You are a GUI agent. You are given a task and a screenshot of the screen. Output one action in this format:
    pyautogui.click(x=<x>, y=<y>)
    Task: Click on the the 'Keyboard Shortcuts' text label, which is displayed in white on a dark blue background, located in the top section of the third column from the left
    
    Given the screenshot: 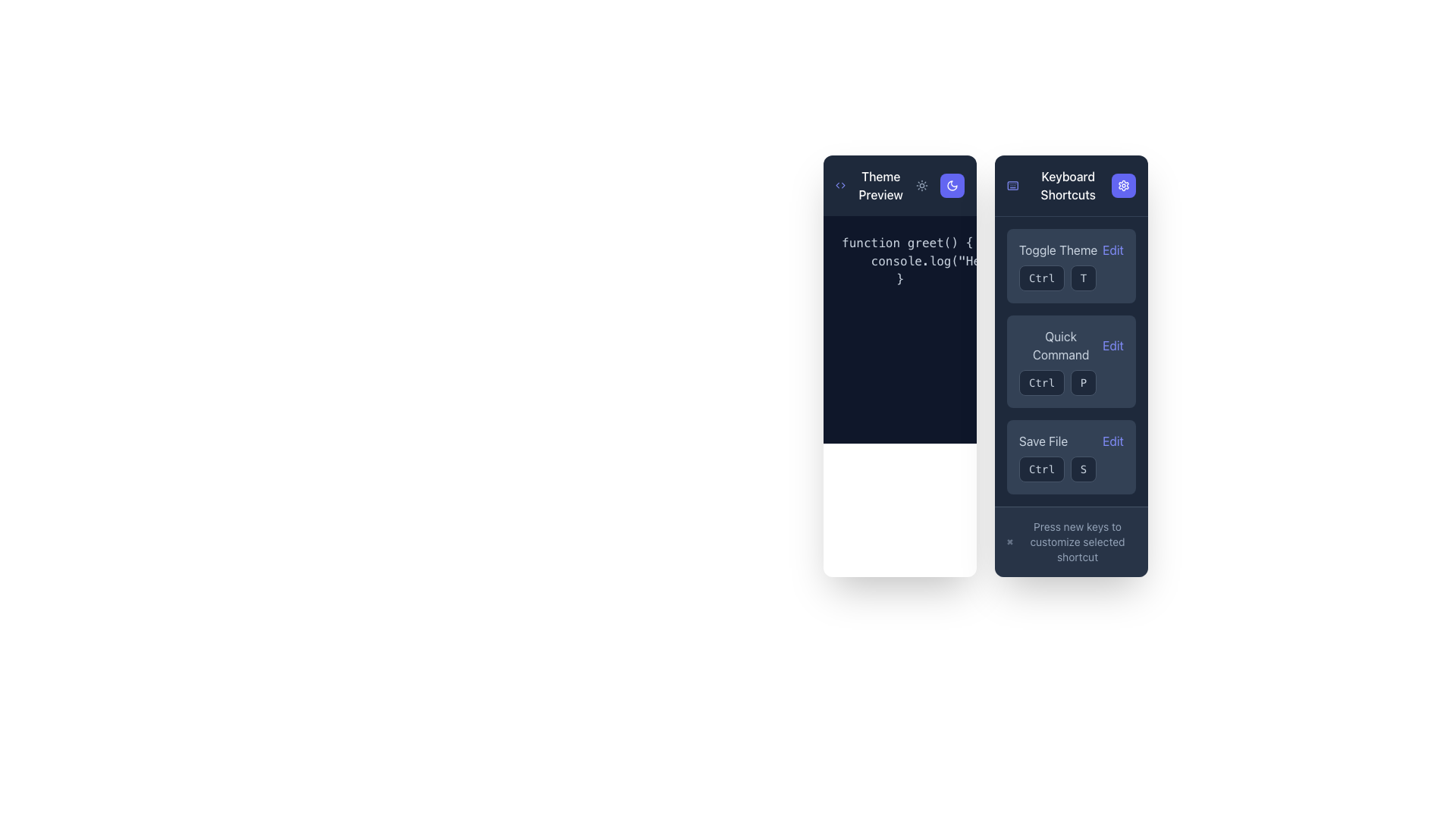 What is the action you would take?
    pyautogui.click(x=1067, y=185)
    